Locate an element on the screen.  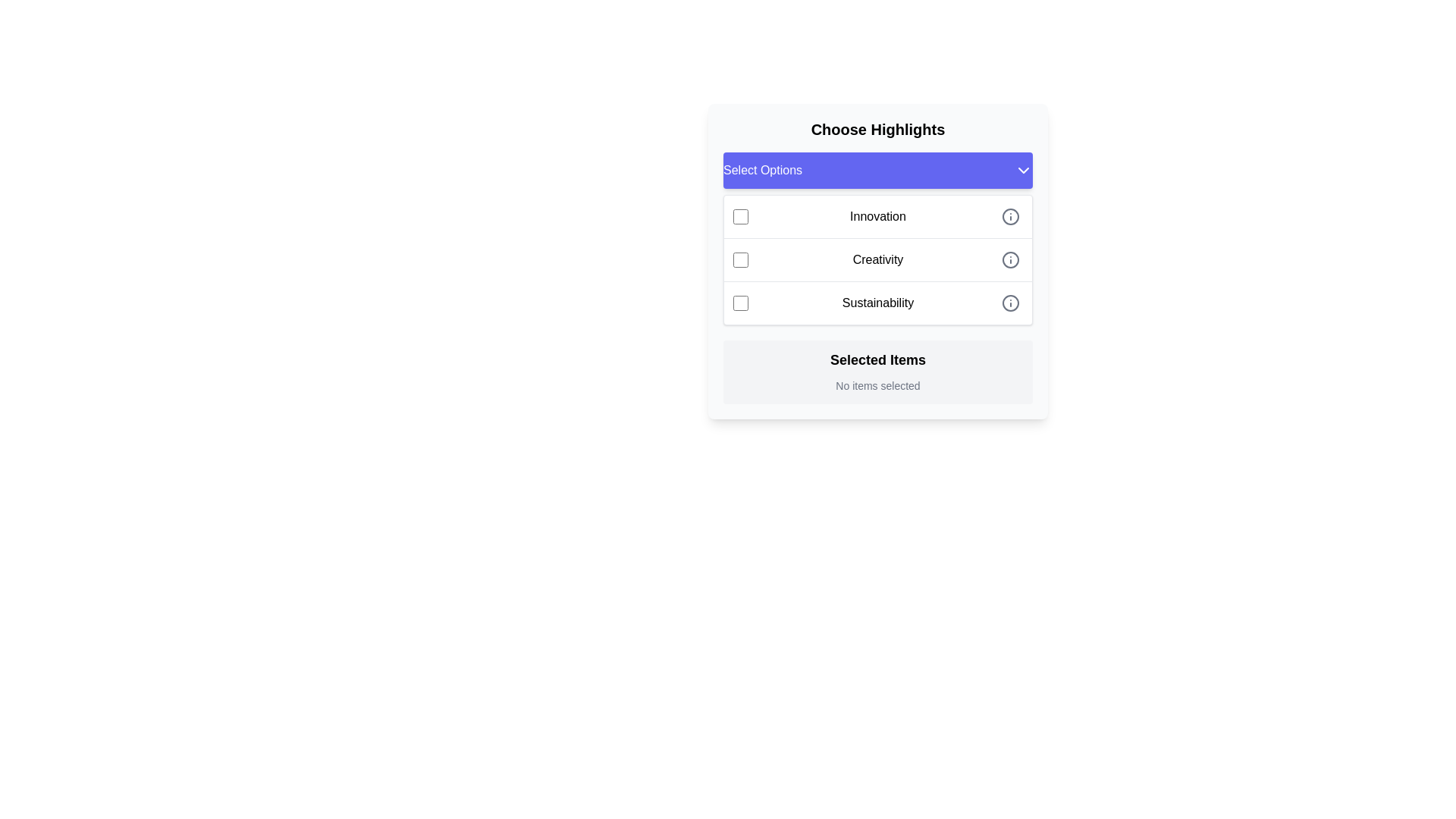
the clickable icon located to the right of the 'Innovation' text is located at coordinates (1011, 216).